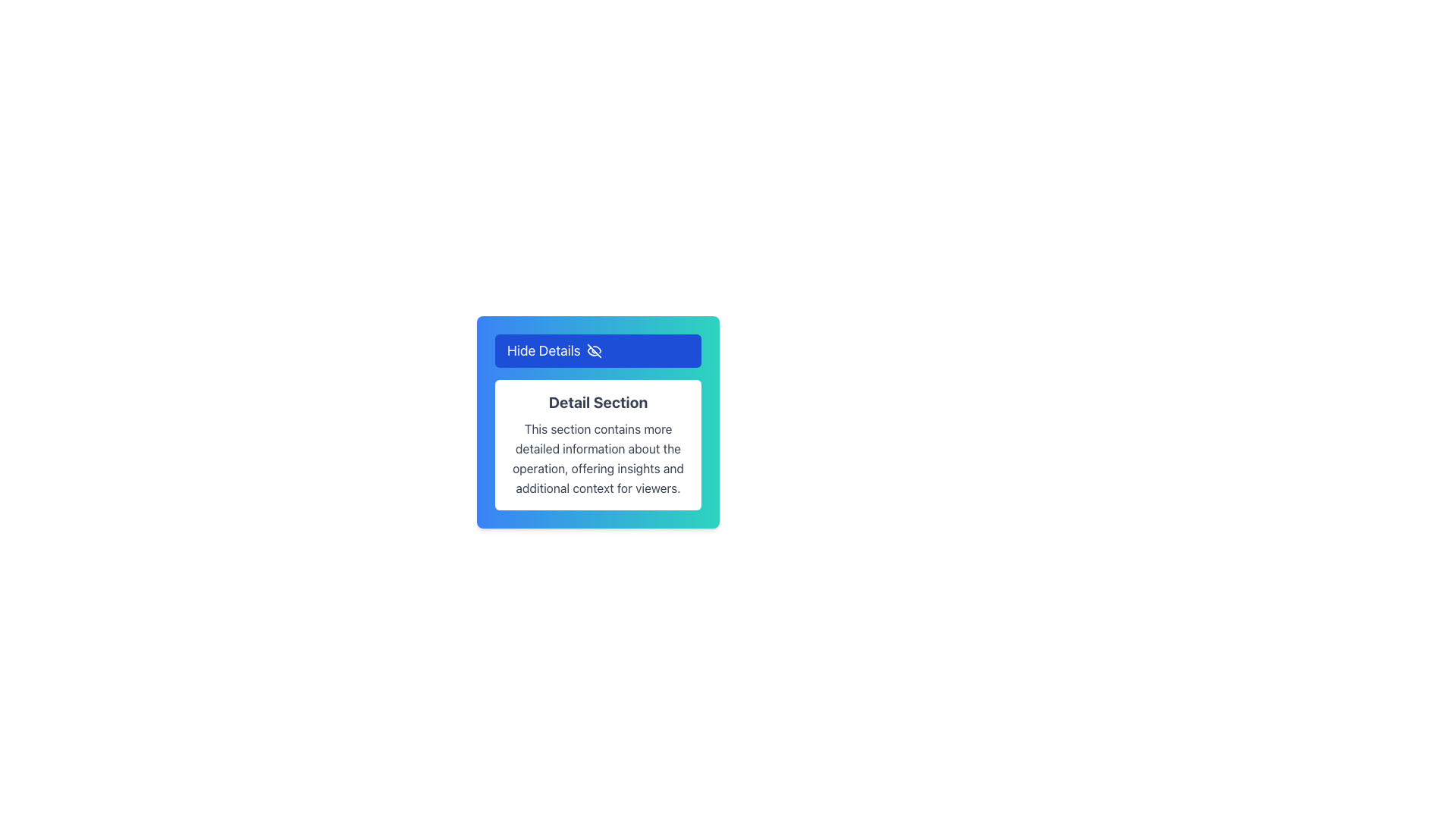 This screenshot has width=1456, height=819. Describe the element at coordinates (597, 350) in the screenshot. I see `the rectangular button with a blue background and white text reading 'Hide Details'` at that location.